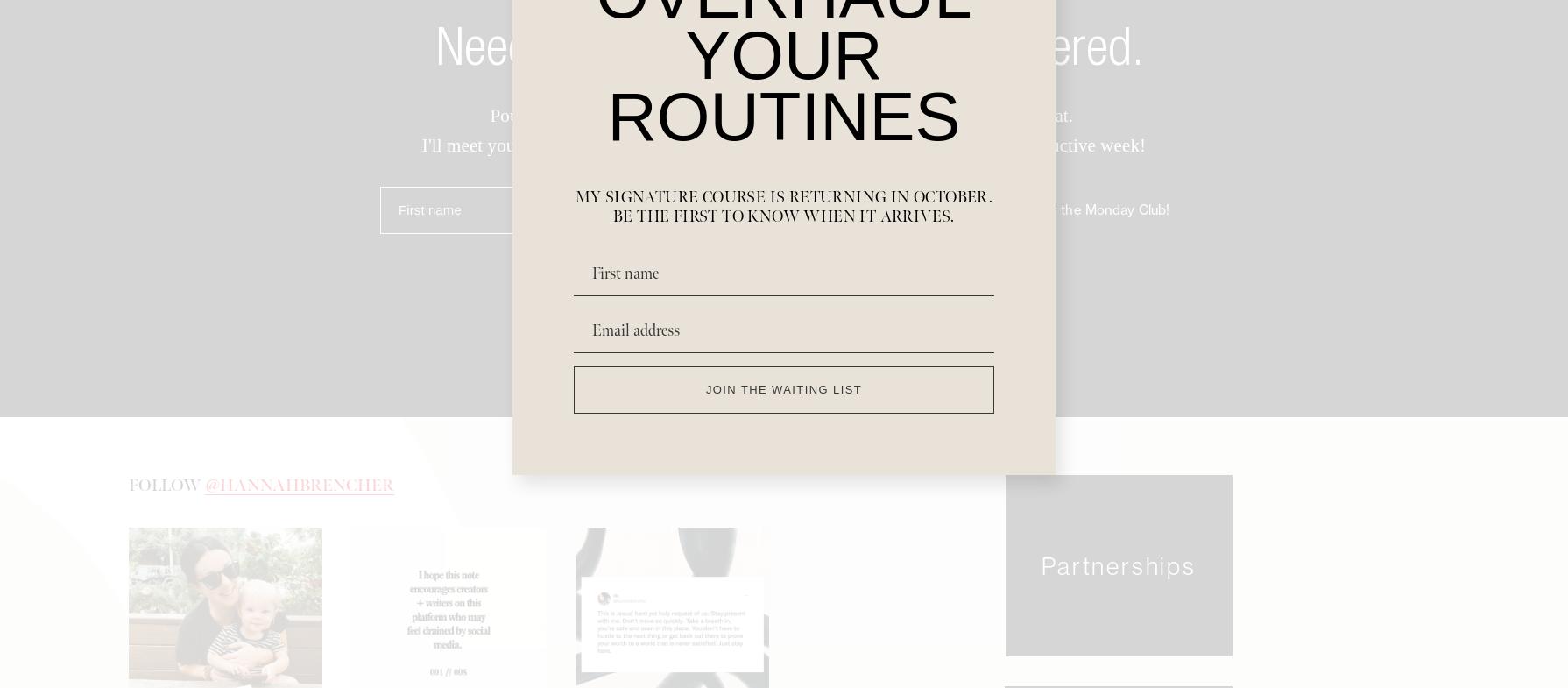  What do you see at coordinates (785, 215) in the screenshot?
I see `'Email address'` at bounding box center [785, 215].